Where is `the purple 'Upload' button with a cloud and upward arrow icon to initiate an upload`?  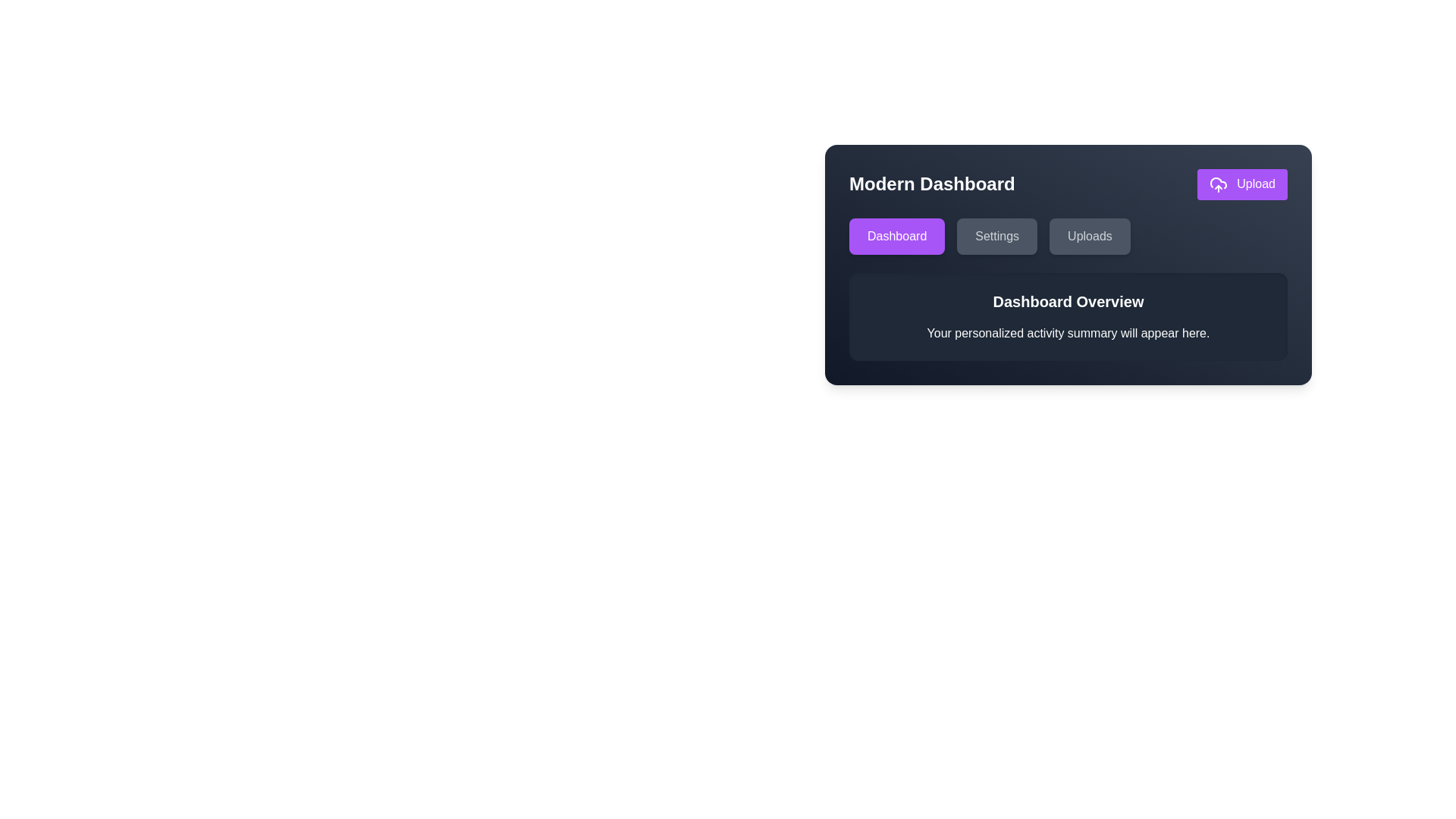
the purple 'Upload' button with a cloud and upward arrow icon to initiate an upload is located at coordinates (1242, 184).